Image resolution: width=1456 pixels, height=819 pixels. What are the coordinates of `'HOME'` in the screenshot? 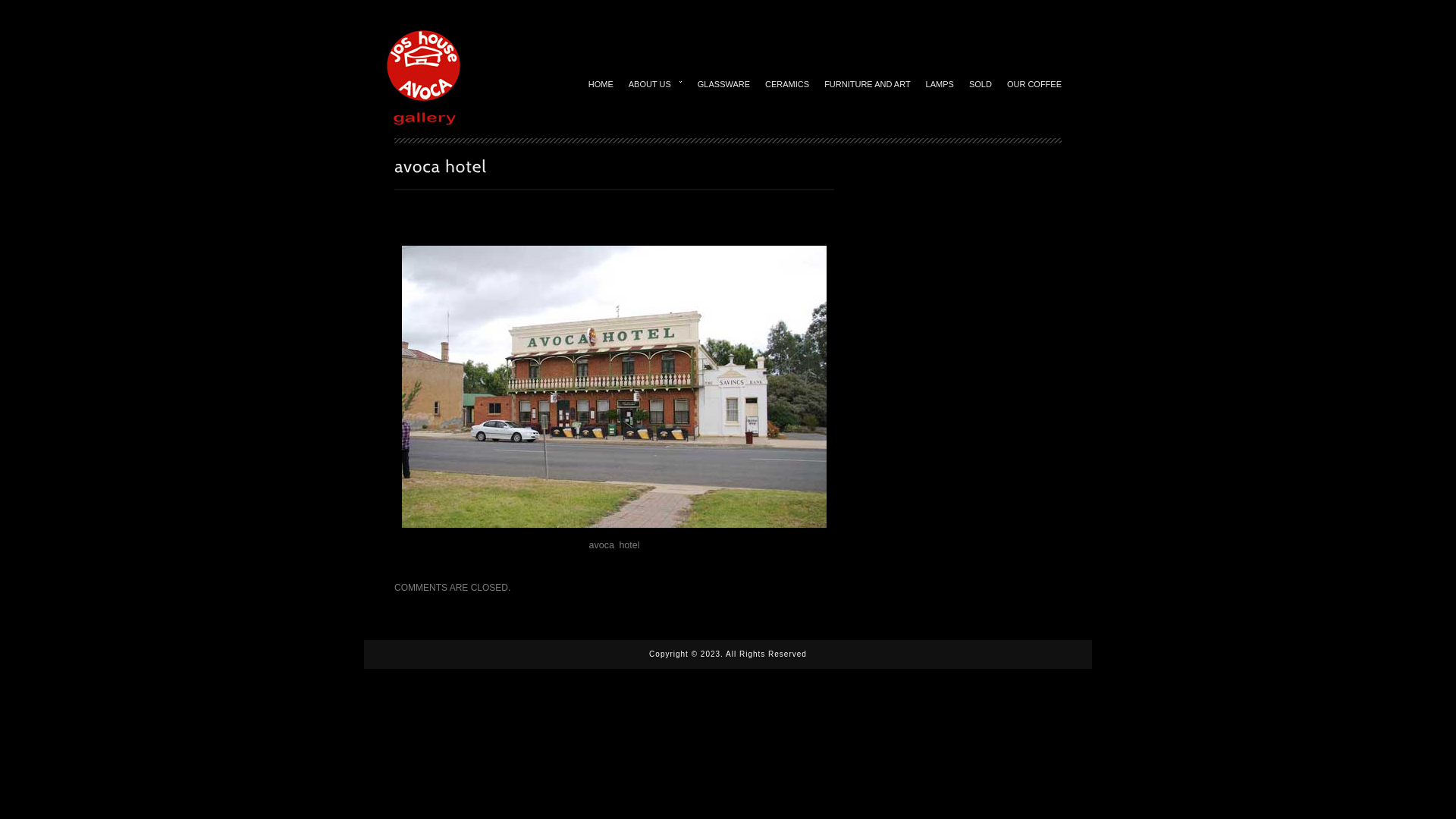 It's located at (600, 82).